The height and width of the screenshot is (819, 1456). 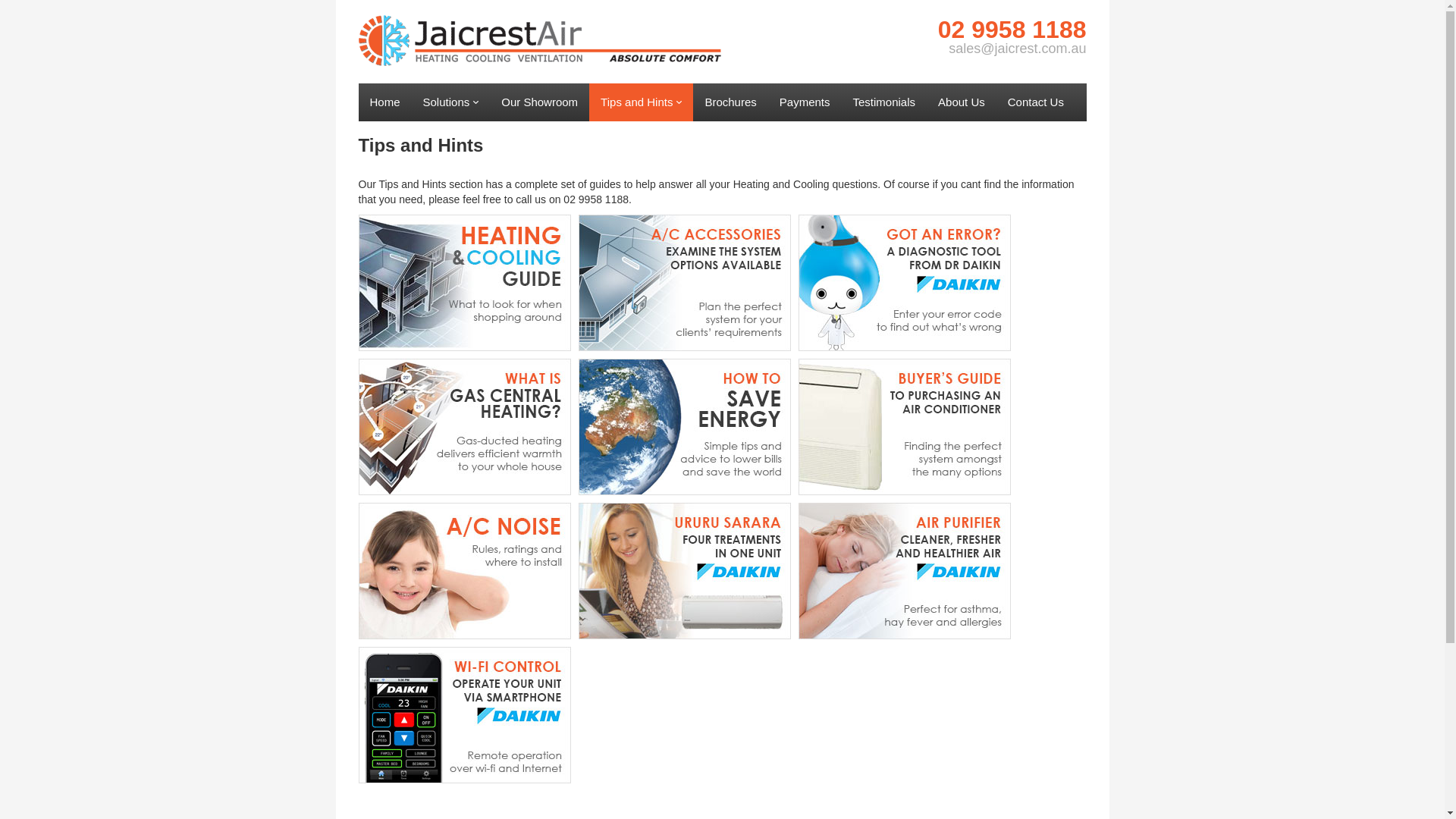 What do you see at coordinates (450, 102) in the screenshot?
I see `'Solutions'` at bounding box center [450, 102].